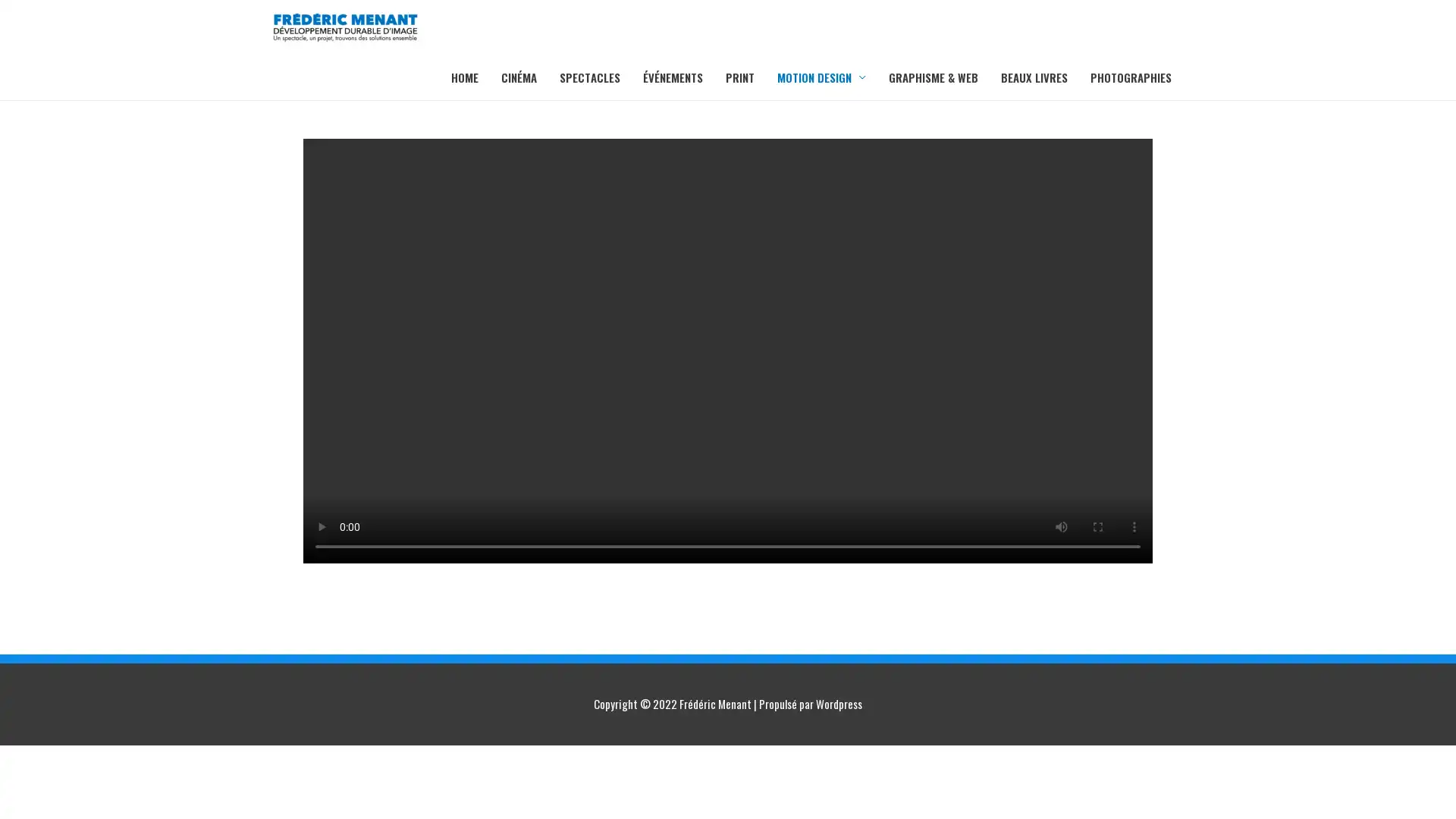 The height and width of the screenshot is (819, 1456). Describe the element at coordinates (1134, 526) in the screenshot. I see `show more media controls` at that location.